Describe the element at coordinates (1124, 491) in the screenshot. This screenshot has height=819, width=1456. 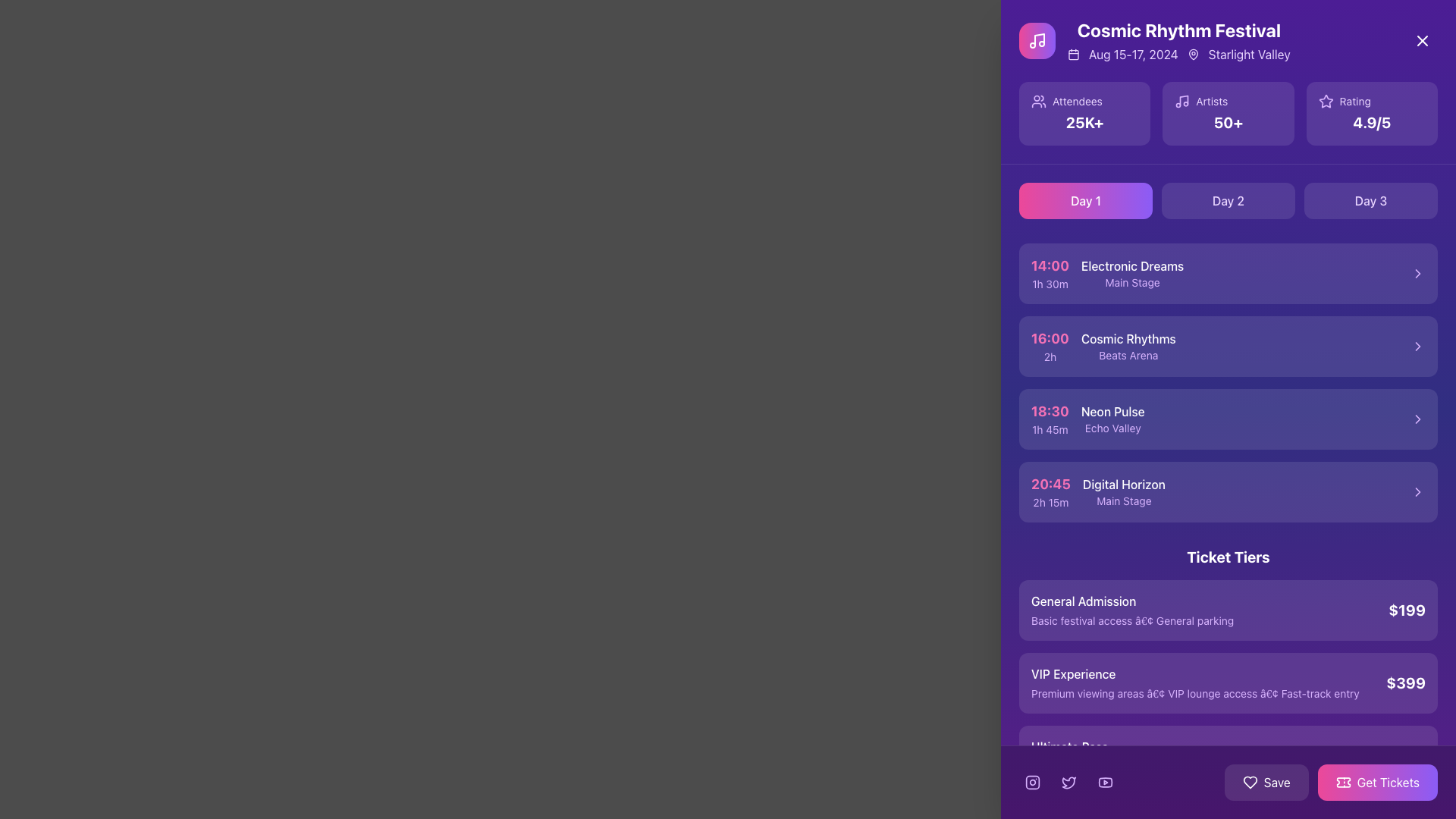
I see `the 'Digital Horizon' text label, which is part of the fourth event entry on 'Day 1' of the schedule, located below the '20:45' time information and describes the event name and location` at that location.